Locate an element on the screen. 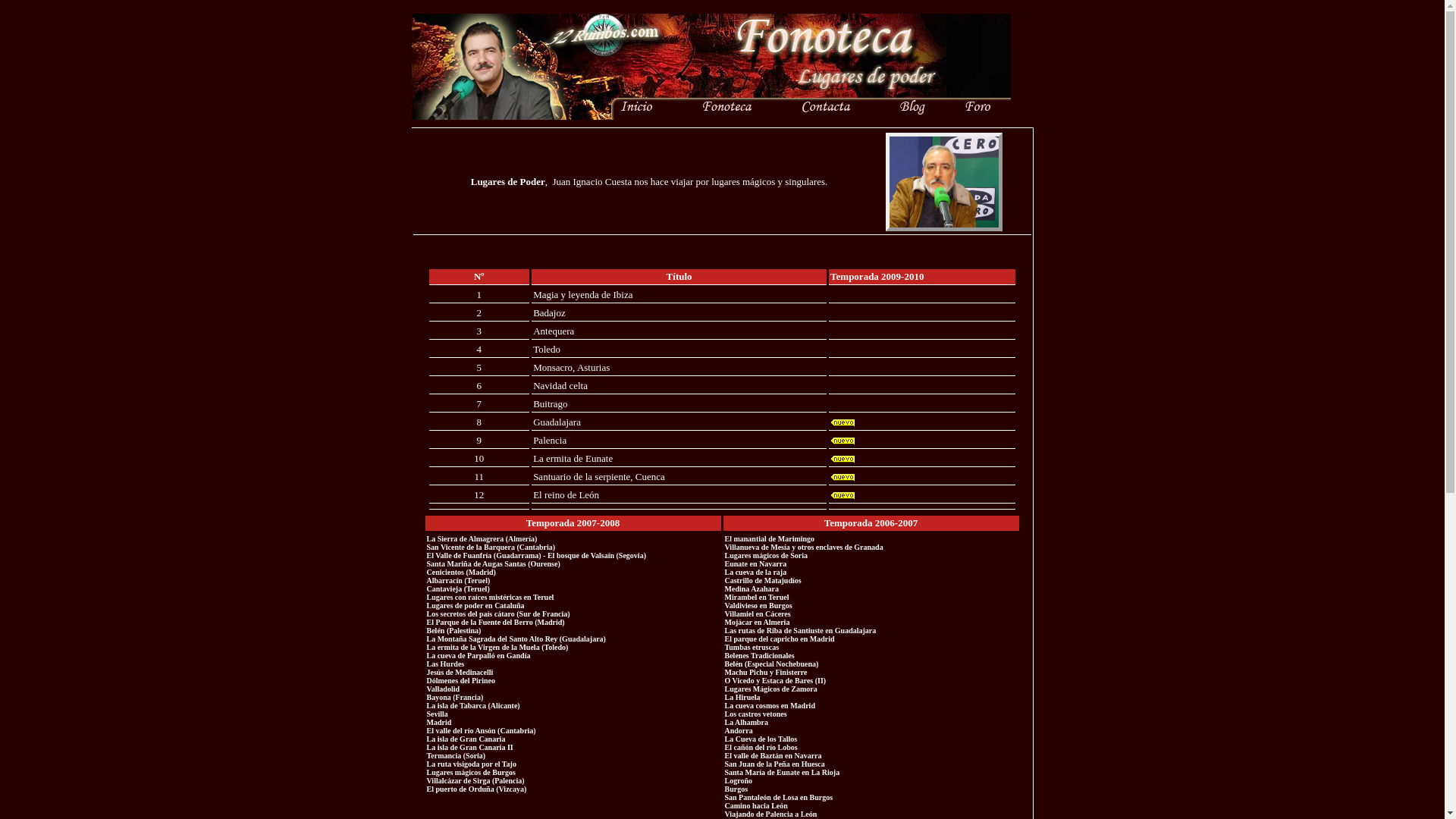  'La isla de Tabarca (Alicante) ' is located at coordinates (472, 705).